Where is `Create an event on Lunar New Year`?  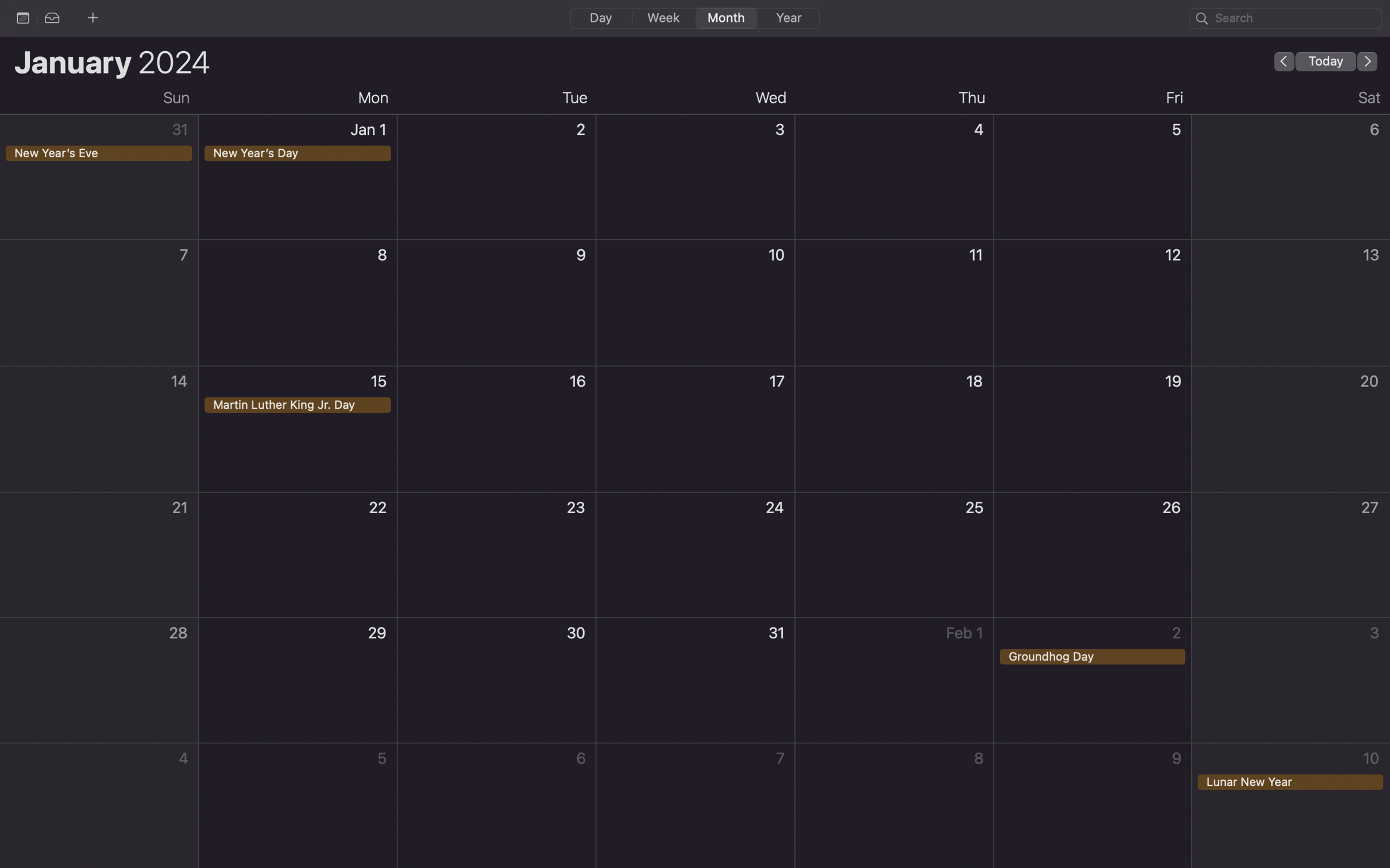 Create an event on Lunar New Year is located at coordinates (1291, 803).